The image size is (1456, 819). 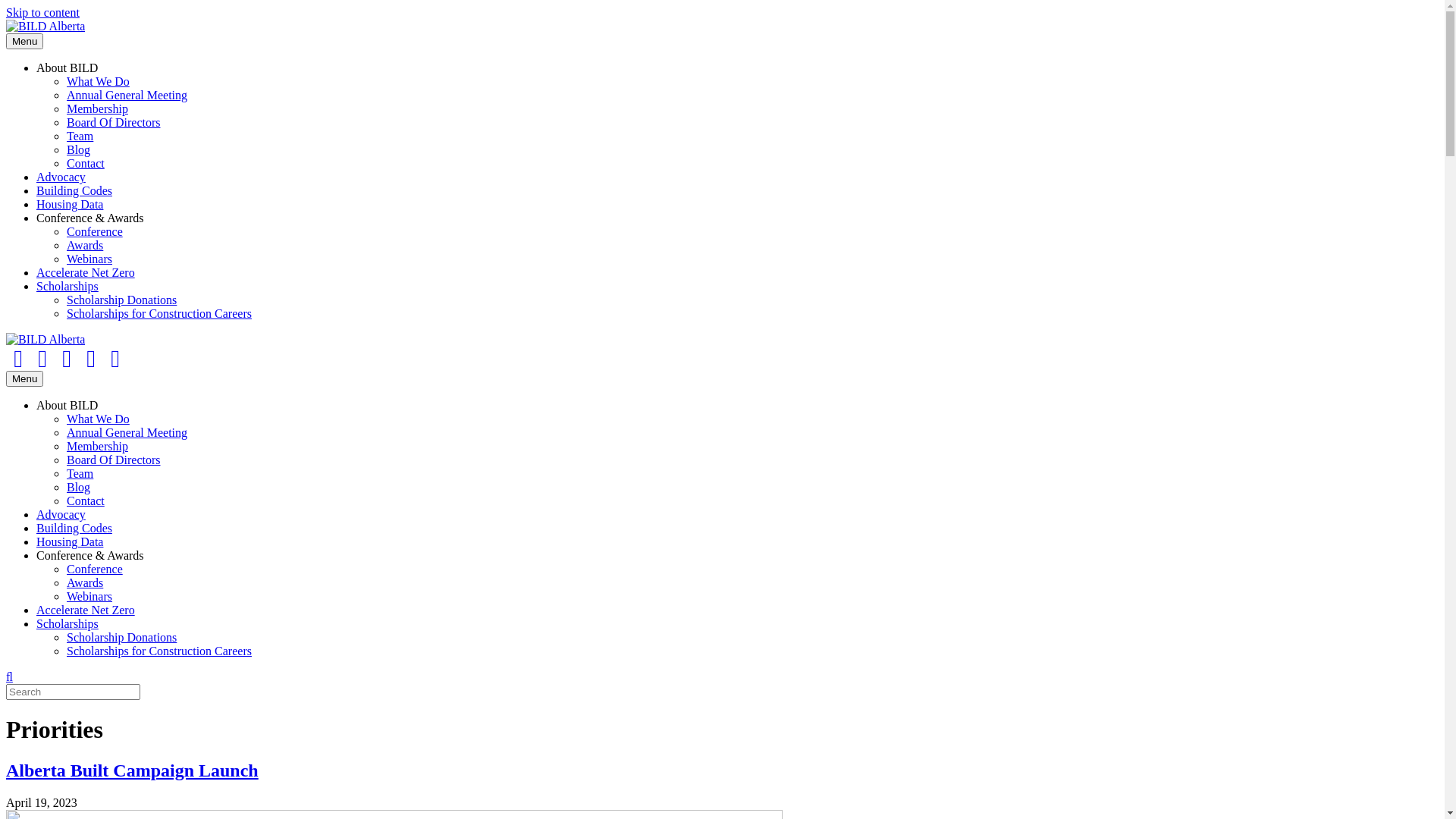 I want to click on 'Scholarships', so click(x=36, y=286).